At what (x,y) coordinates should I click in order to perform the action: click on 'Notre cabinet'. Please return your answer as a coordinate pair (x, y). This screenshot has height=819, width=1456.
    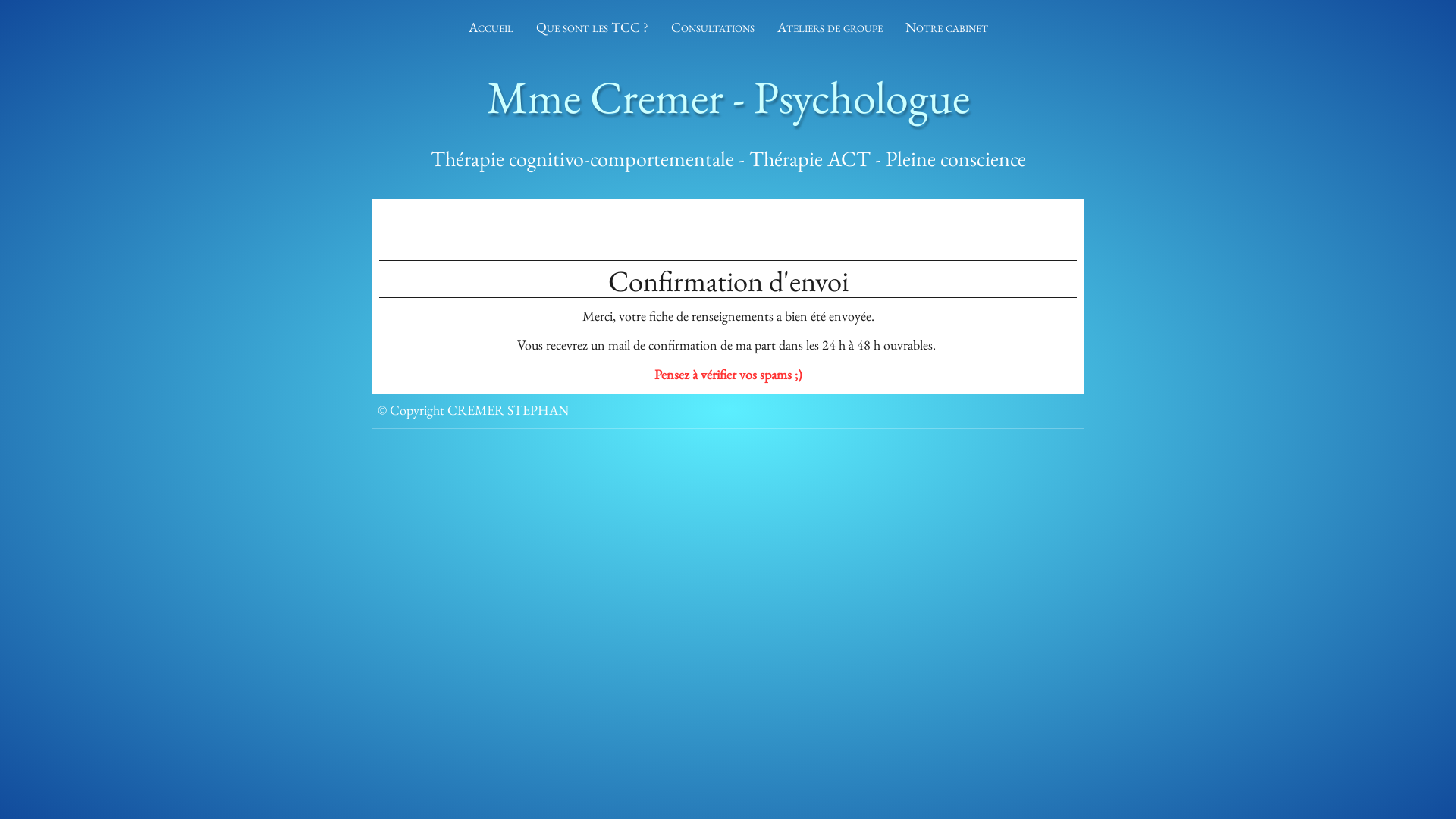
    Looking at the image, I should click on (945, 27).